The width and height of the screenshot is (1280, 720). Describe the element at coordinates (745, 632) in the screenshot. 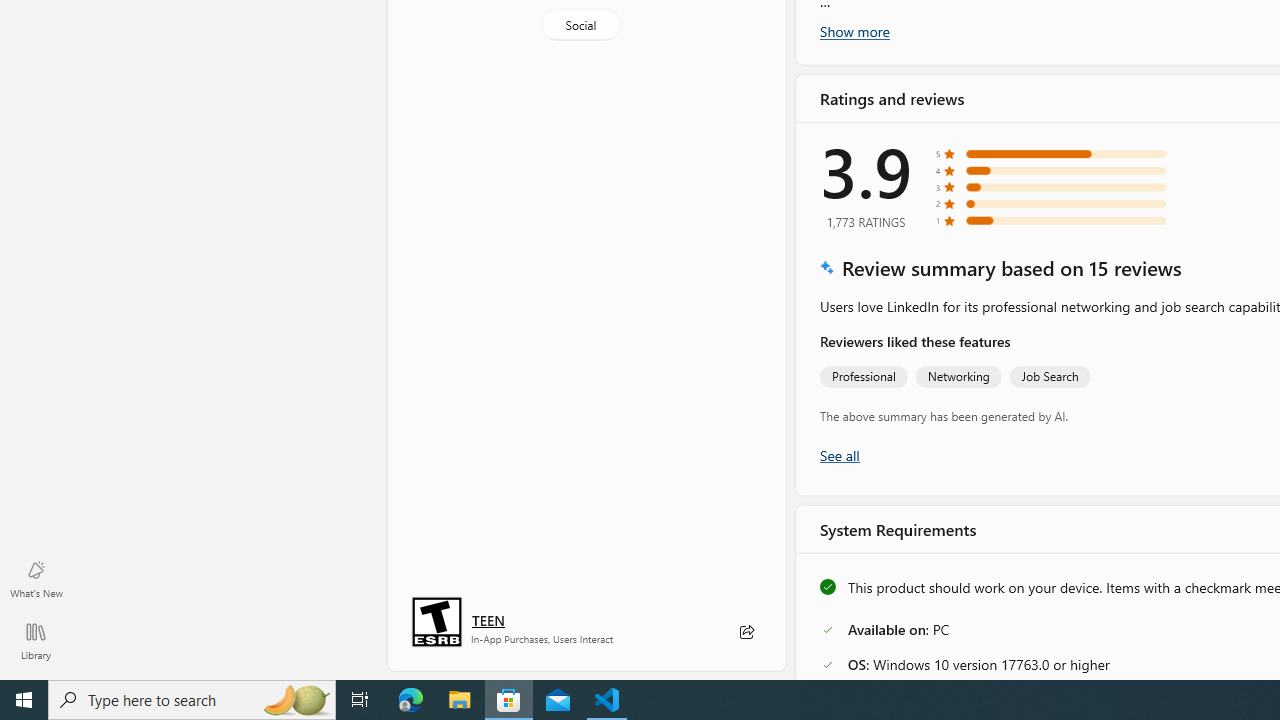

I see `'Share'` at that location.